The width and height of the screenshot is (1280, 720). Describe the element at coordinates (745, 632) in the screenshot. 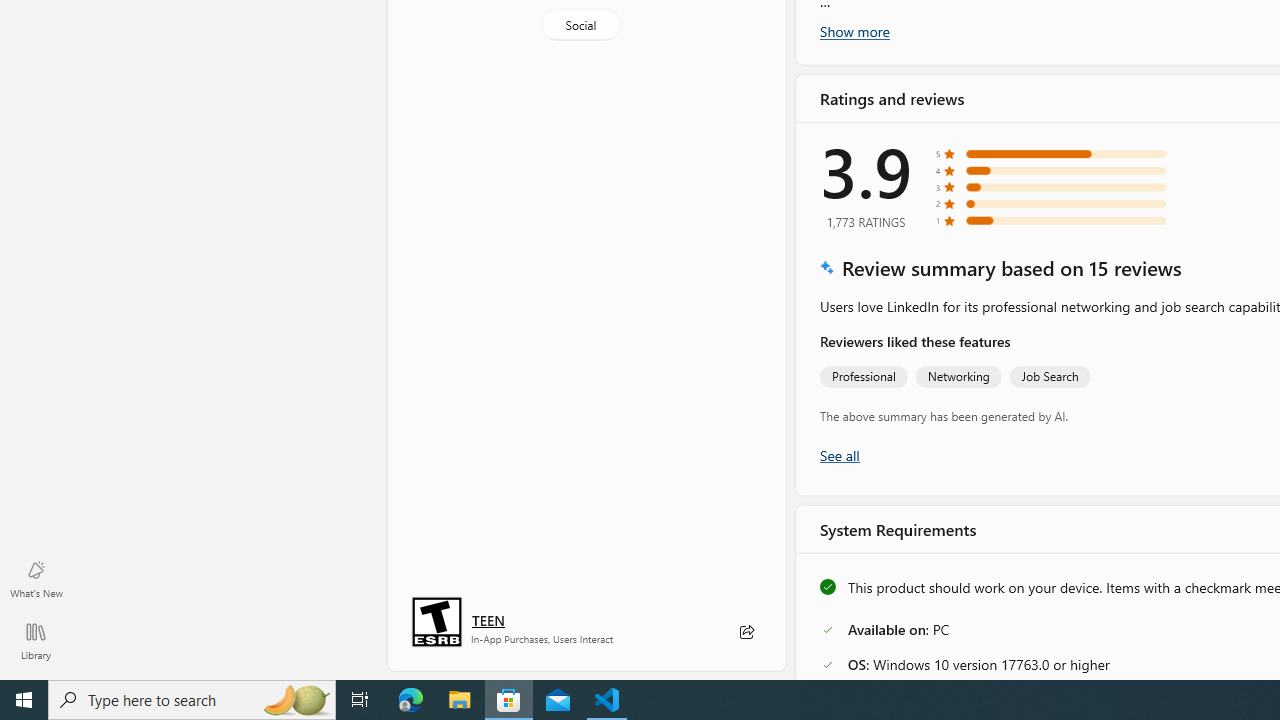

I see `'Share'` at that location.